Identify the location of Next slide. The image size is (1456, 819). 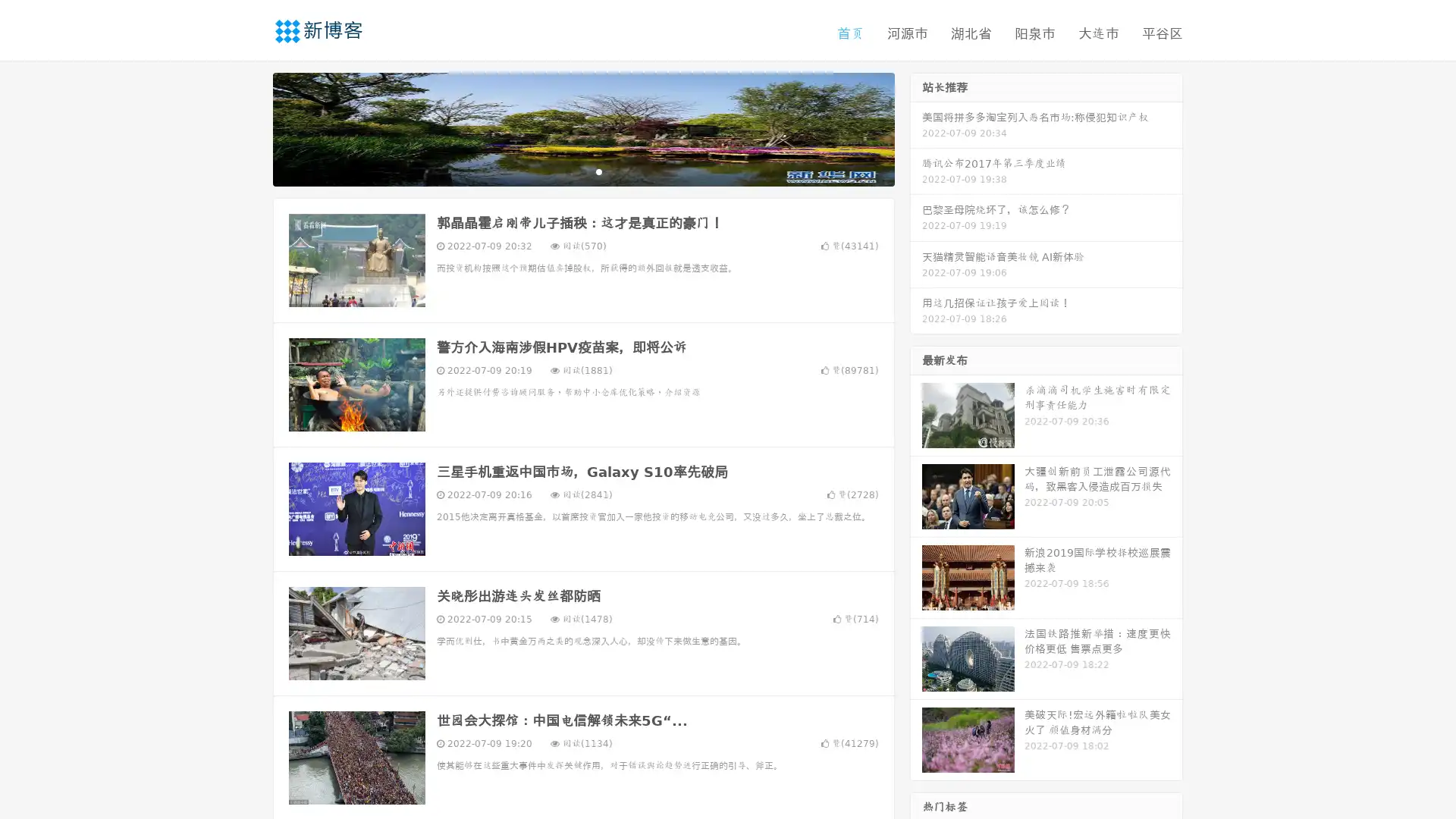
(916, 127).